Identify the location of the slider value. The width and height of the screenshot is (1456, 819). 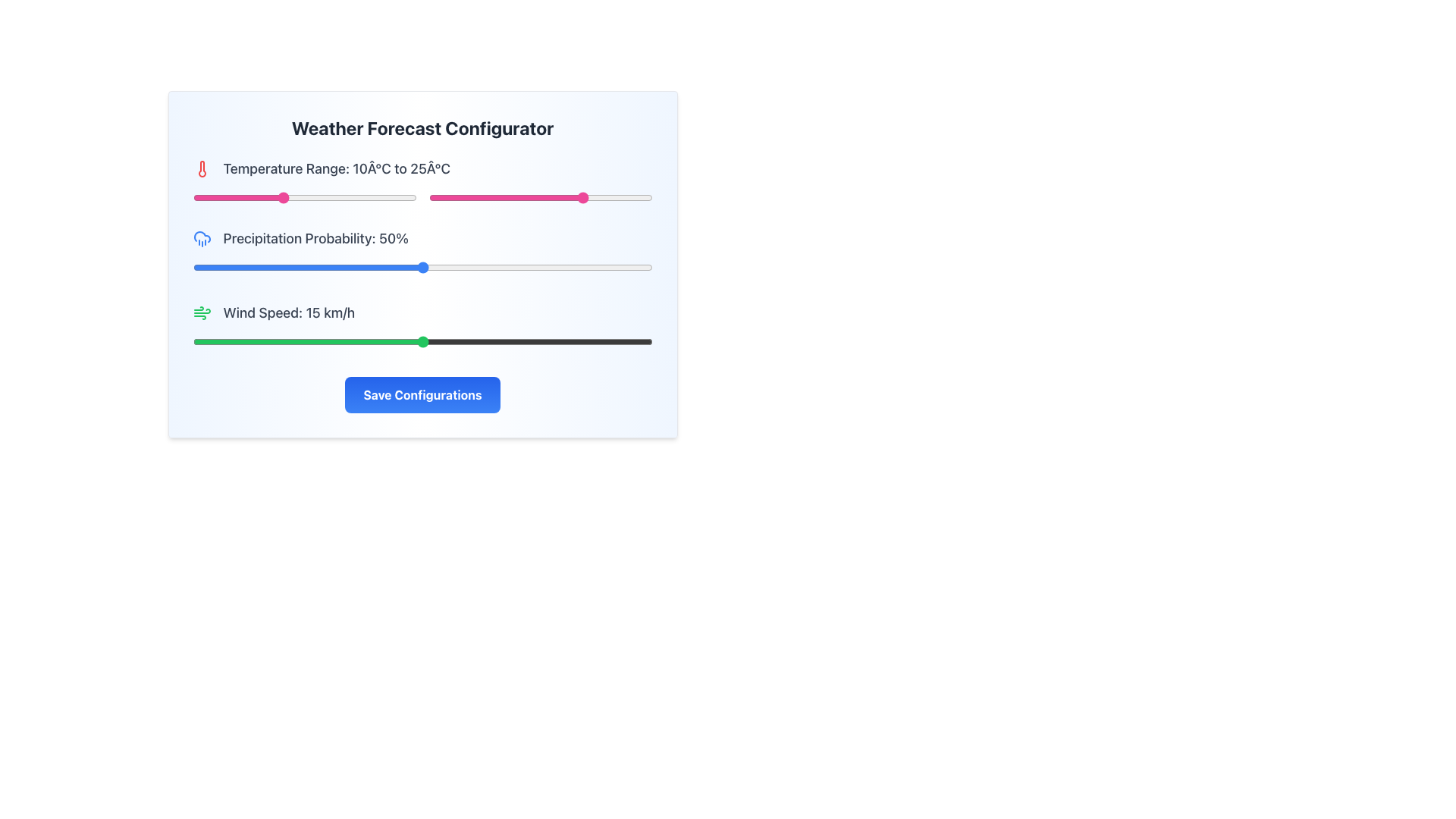
(344, 197).